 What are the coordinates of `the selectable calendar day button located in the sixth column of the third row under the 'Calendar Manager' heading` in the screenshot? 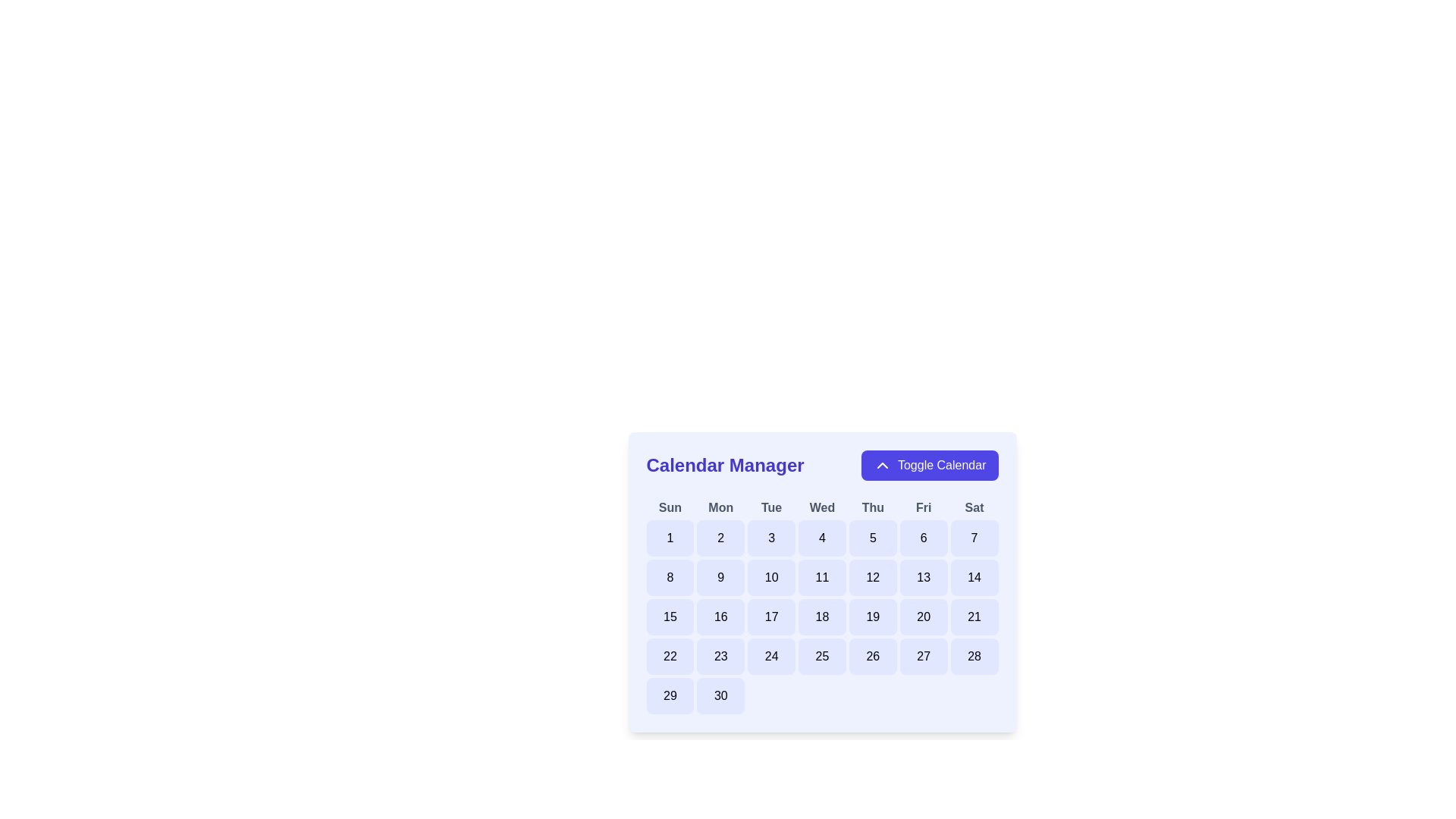 It's located at (923, 578).